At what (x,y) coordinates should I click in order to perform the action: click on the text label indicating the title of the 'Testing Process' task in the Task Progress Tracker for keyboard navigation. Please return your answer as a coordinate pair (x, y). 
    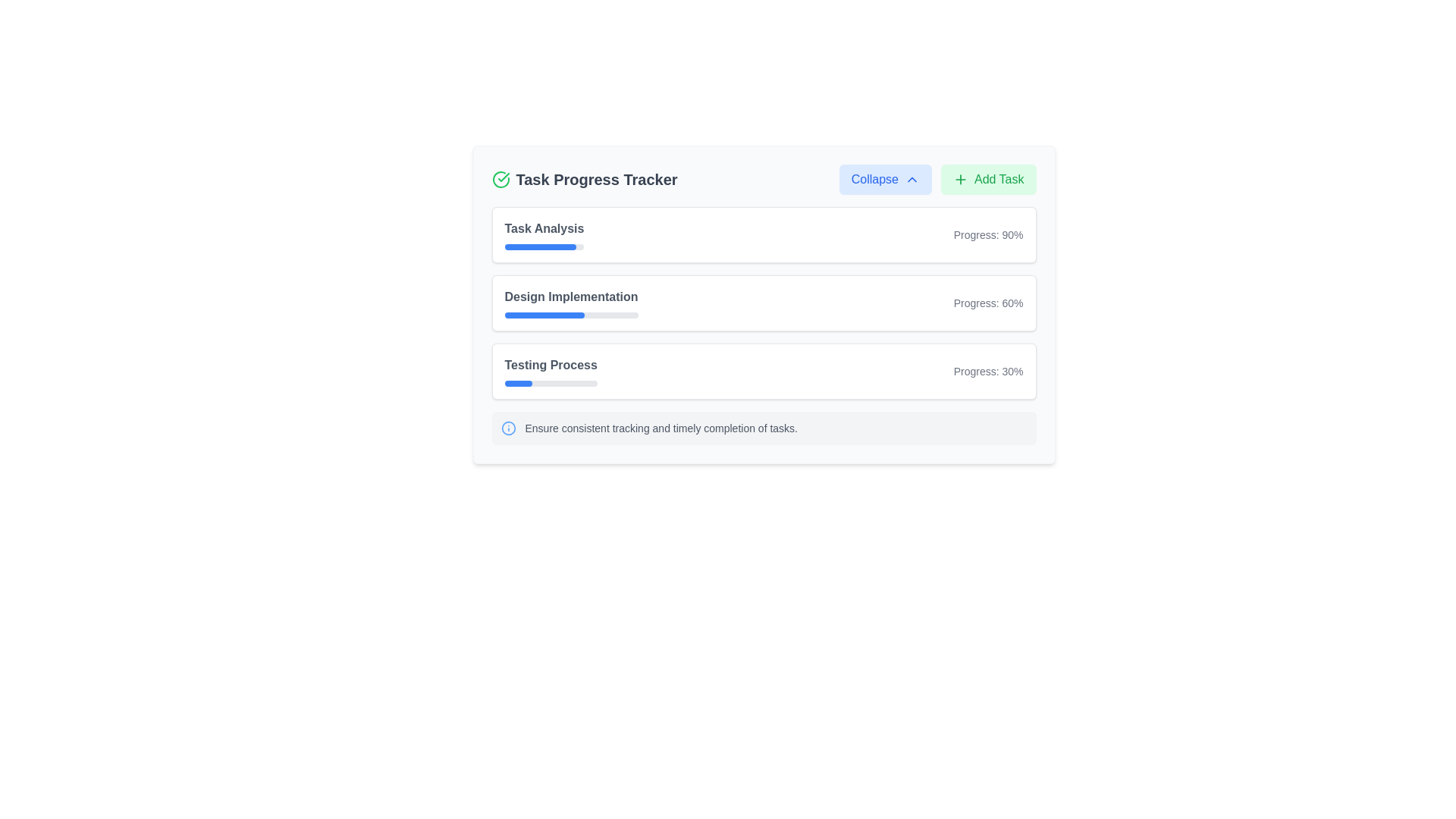
    Looking at the image, I should click on (550, 371).